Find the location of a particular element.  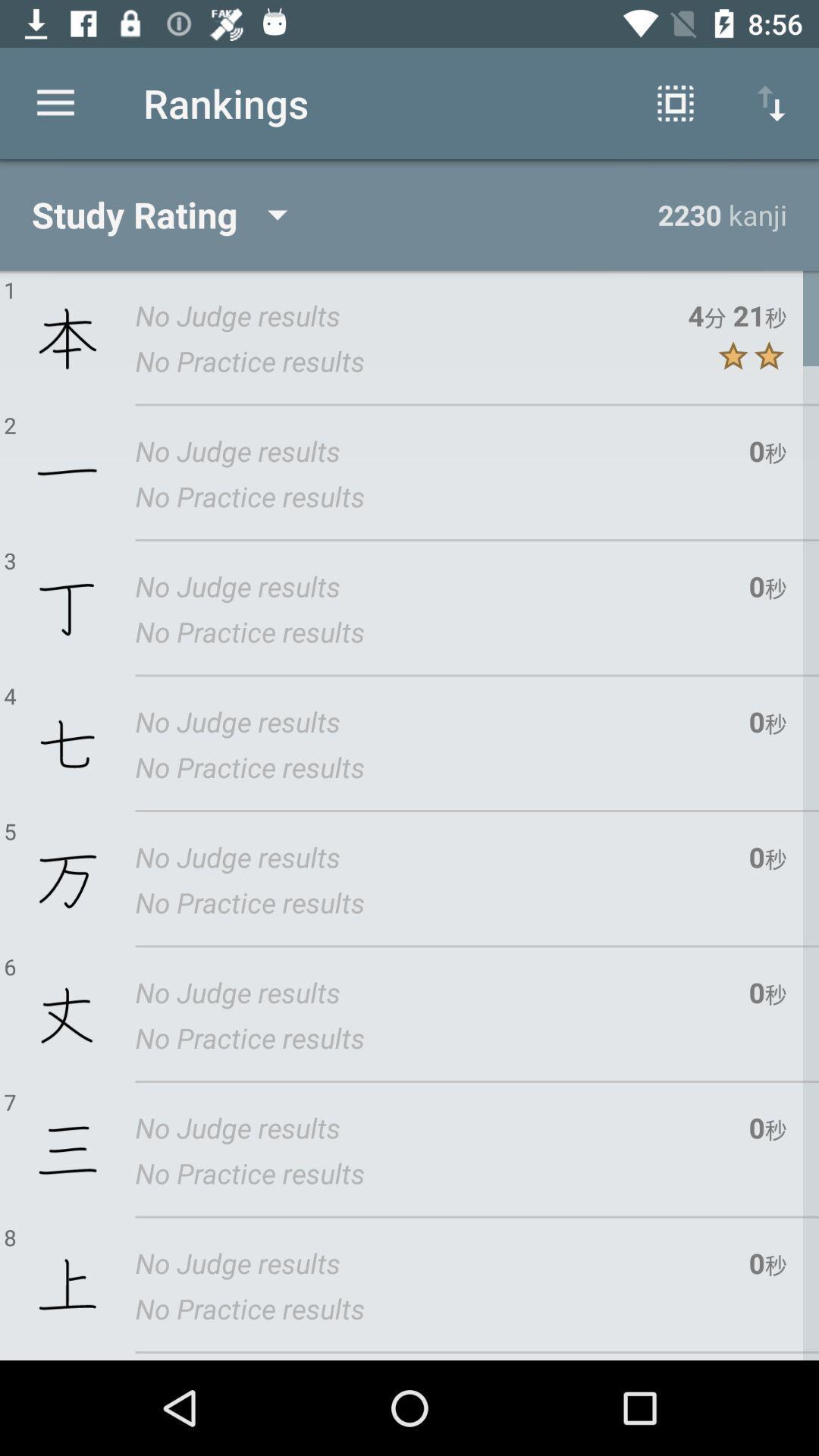

first icon right to rankings is located at coordinates (675, 103).